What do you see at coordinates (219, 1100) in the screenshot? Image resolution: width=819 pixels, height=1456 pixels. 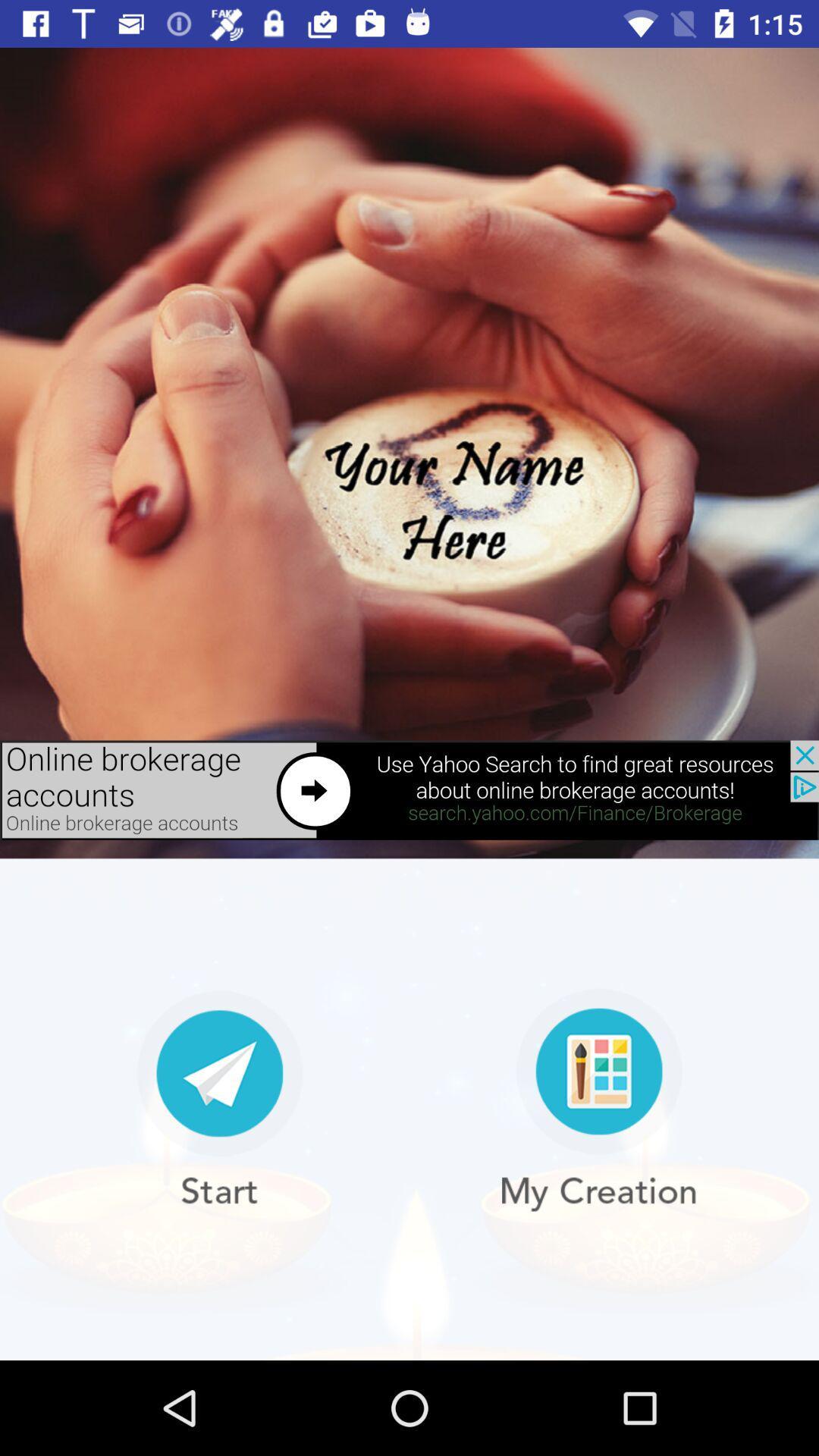 I see `statr icon` at bounding box center [219, 1100].